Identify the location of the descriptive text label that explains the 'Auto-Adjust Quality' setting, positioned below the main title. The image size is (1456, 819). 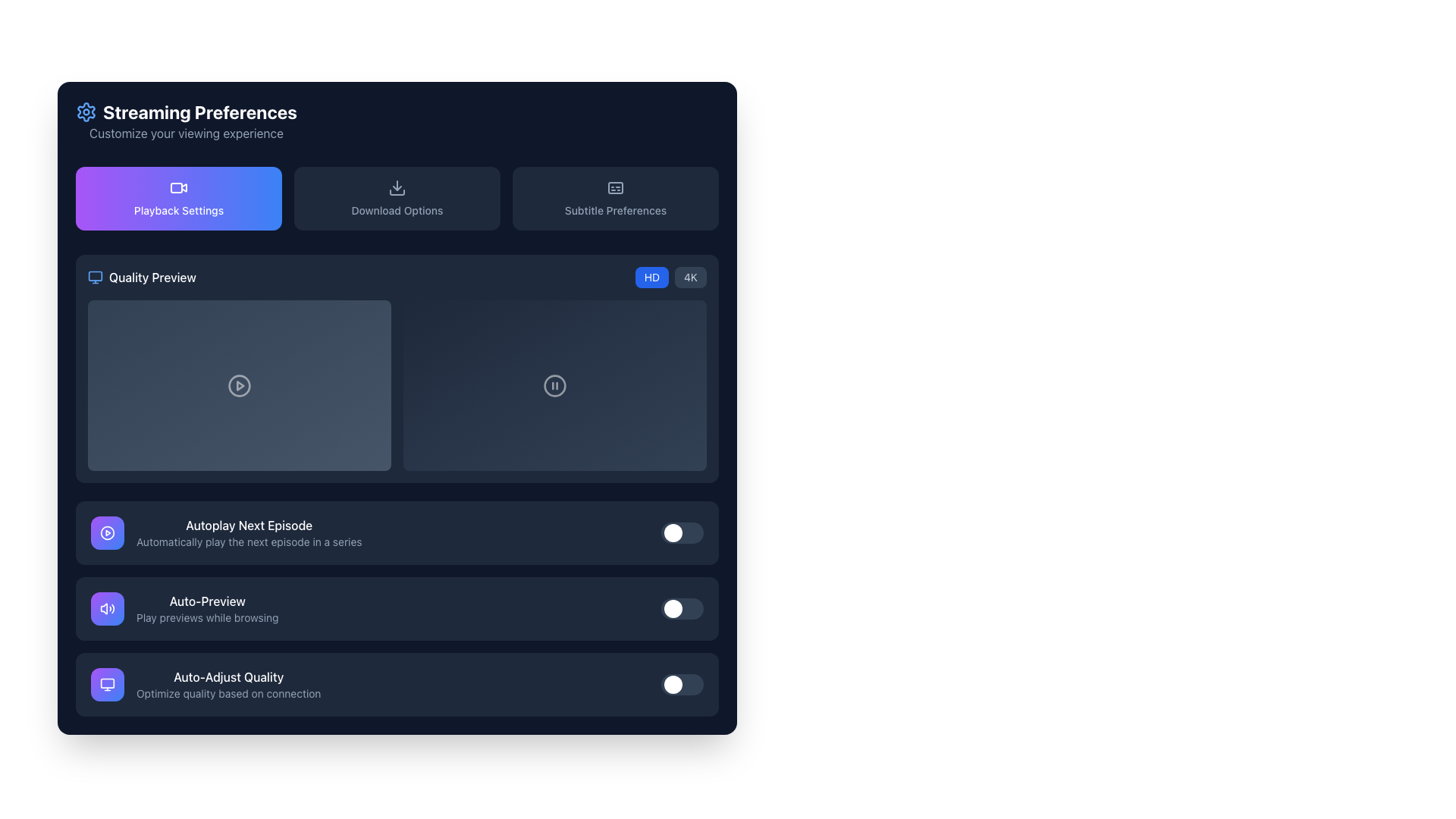
(227, 693).